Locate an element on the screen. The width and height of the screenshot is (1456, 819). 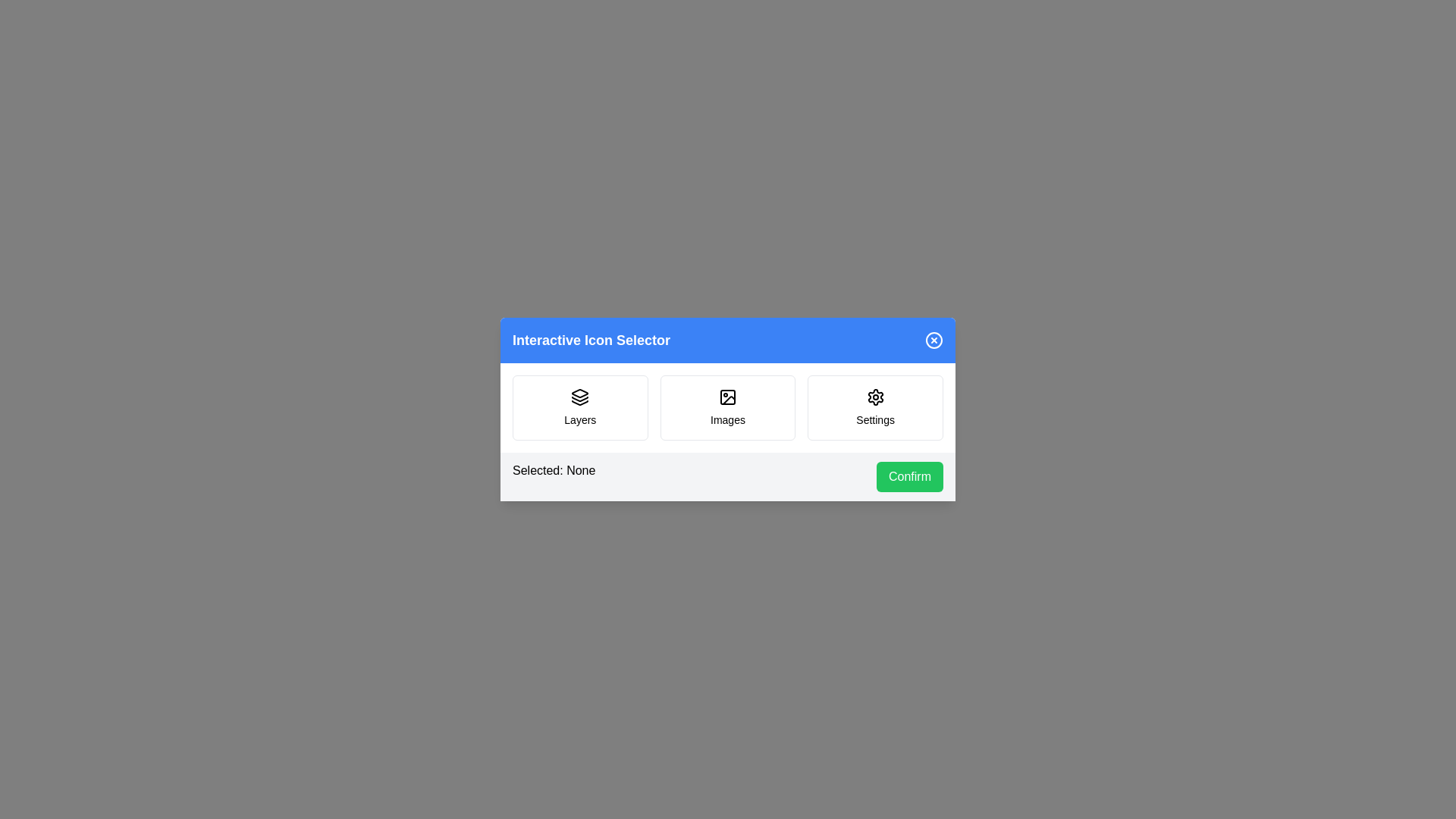
the icon Settings by clicking on it is located at coordinates (876, 406).